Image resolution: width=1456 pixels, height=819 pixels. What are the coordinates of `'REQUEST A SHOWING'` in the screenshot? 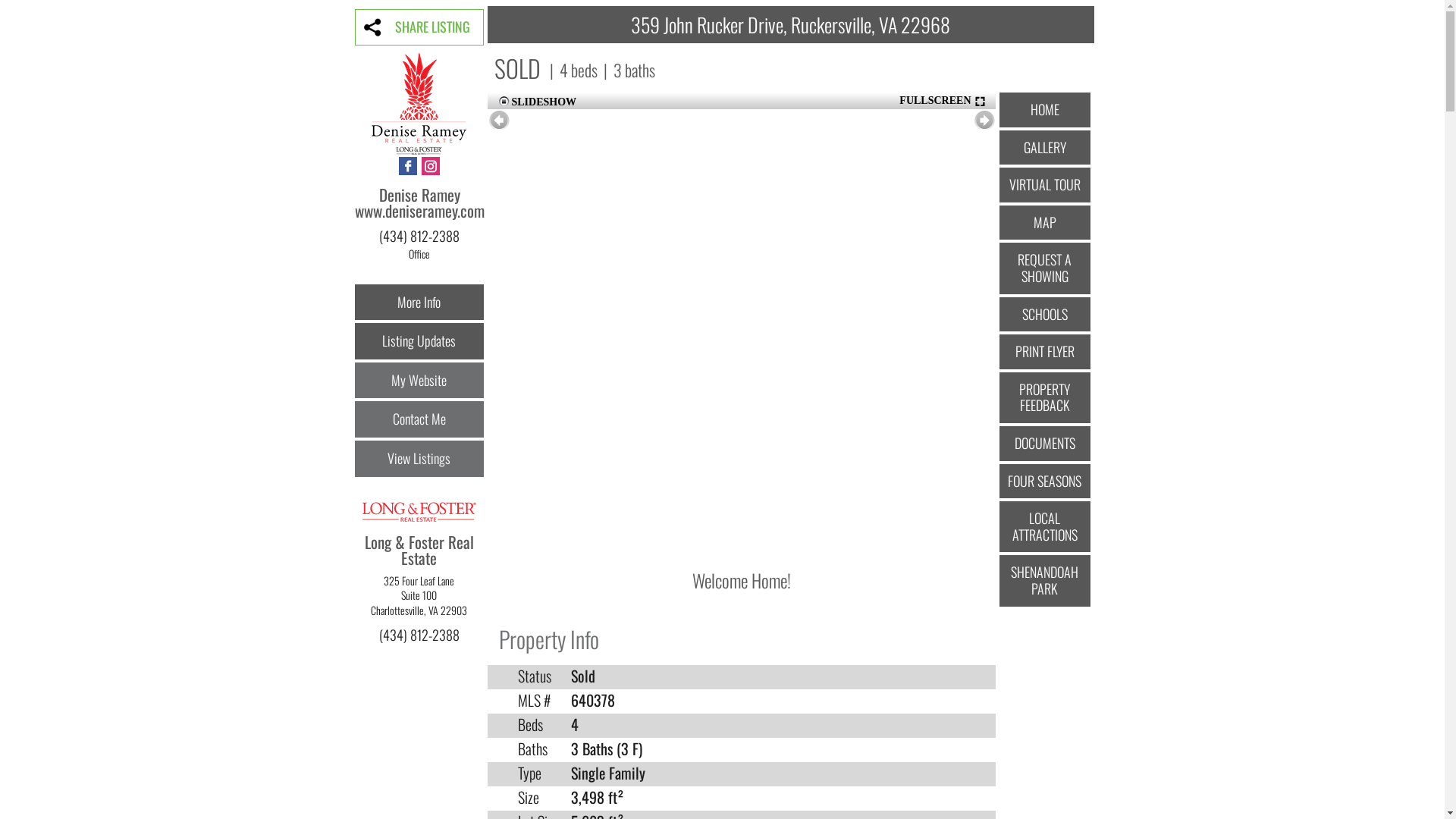 It's located at (1043, 267).